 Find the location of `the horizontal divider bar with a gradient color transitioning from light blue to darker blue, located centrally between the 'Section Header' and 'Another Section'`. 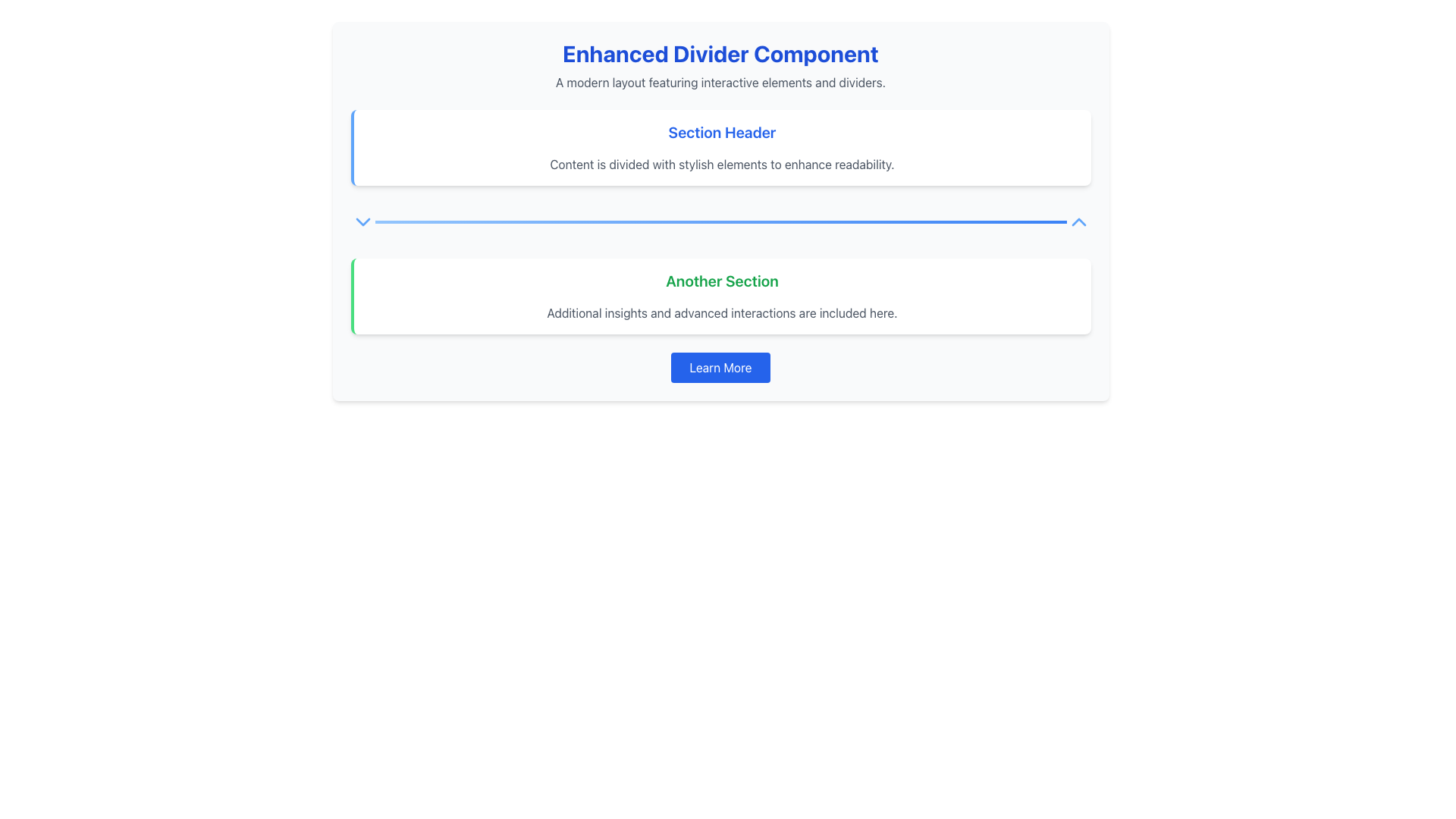

the horizontal divider bar with a gradient color transitioning from light blue to darker blue, located centrally between the 'Section Header' and 'Another Section' is located at coordinates (720, 222).